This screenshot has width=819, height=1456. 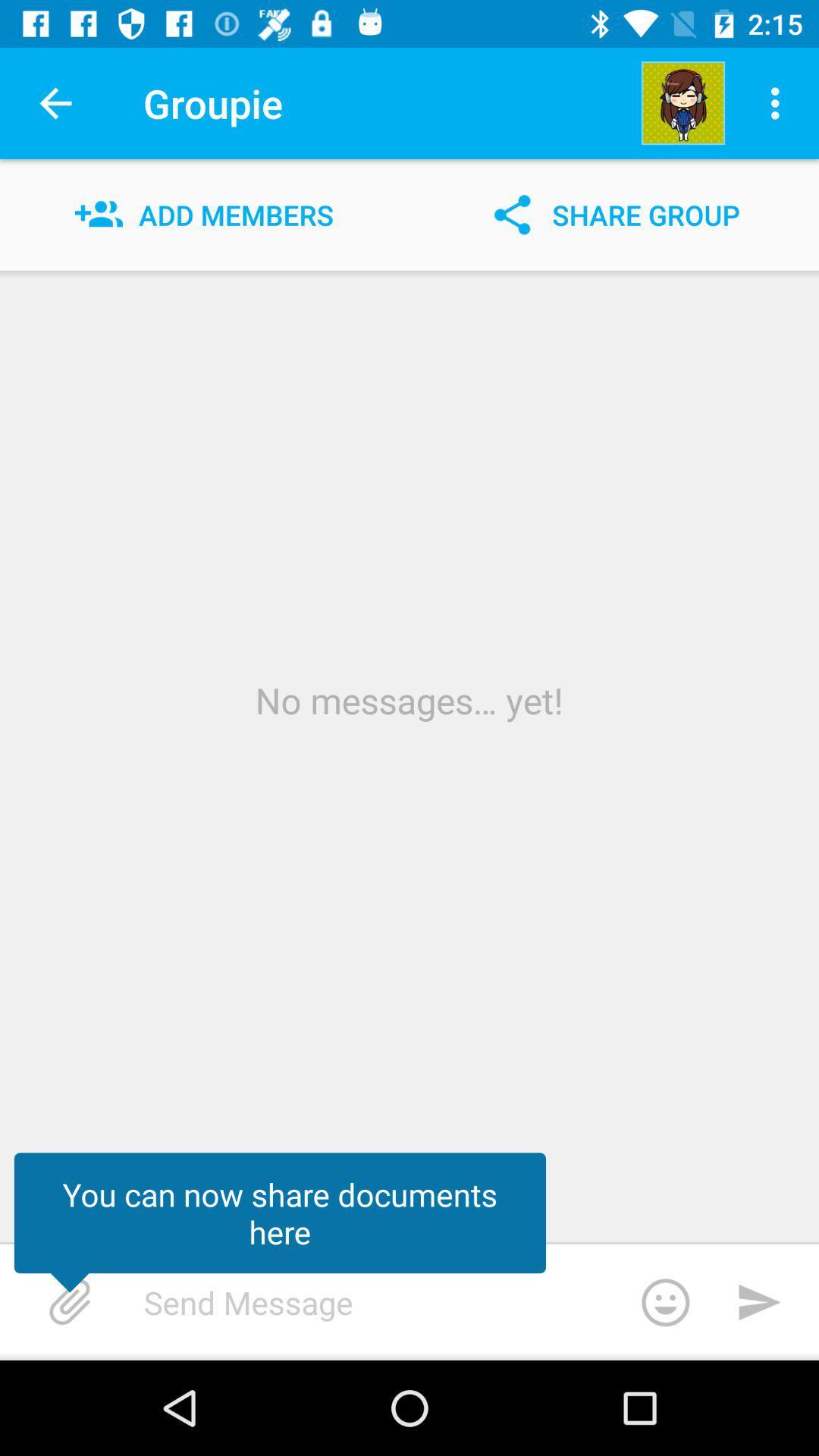 What do you see at coordinates (428, 1301) in the screenshot?
I see `text button` at bounding box center [428, 1301].